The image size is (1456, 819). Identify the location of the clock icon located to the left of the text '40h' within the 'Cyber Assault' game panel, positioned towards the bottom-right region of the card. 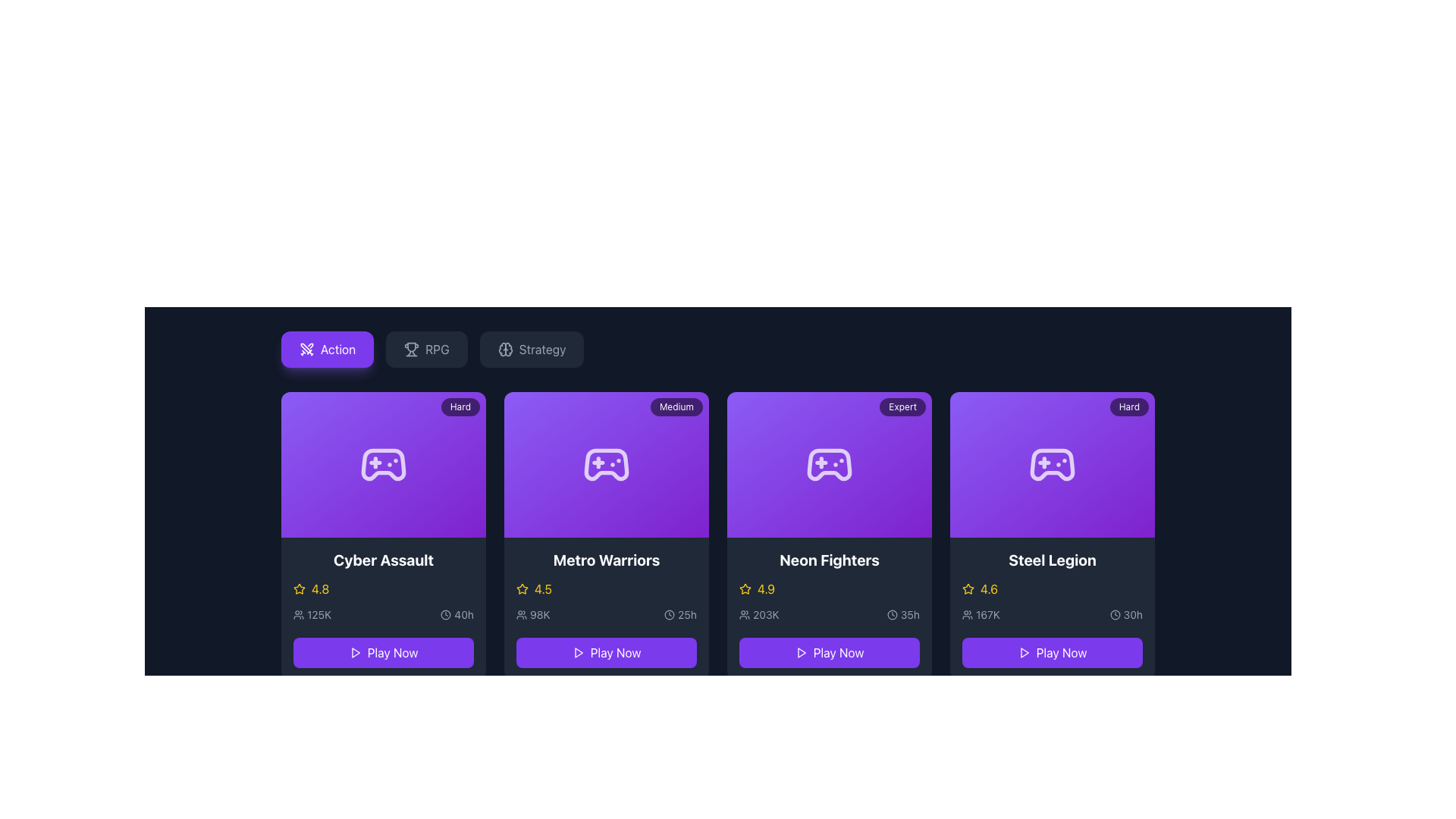
(445, 614).